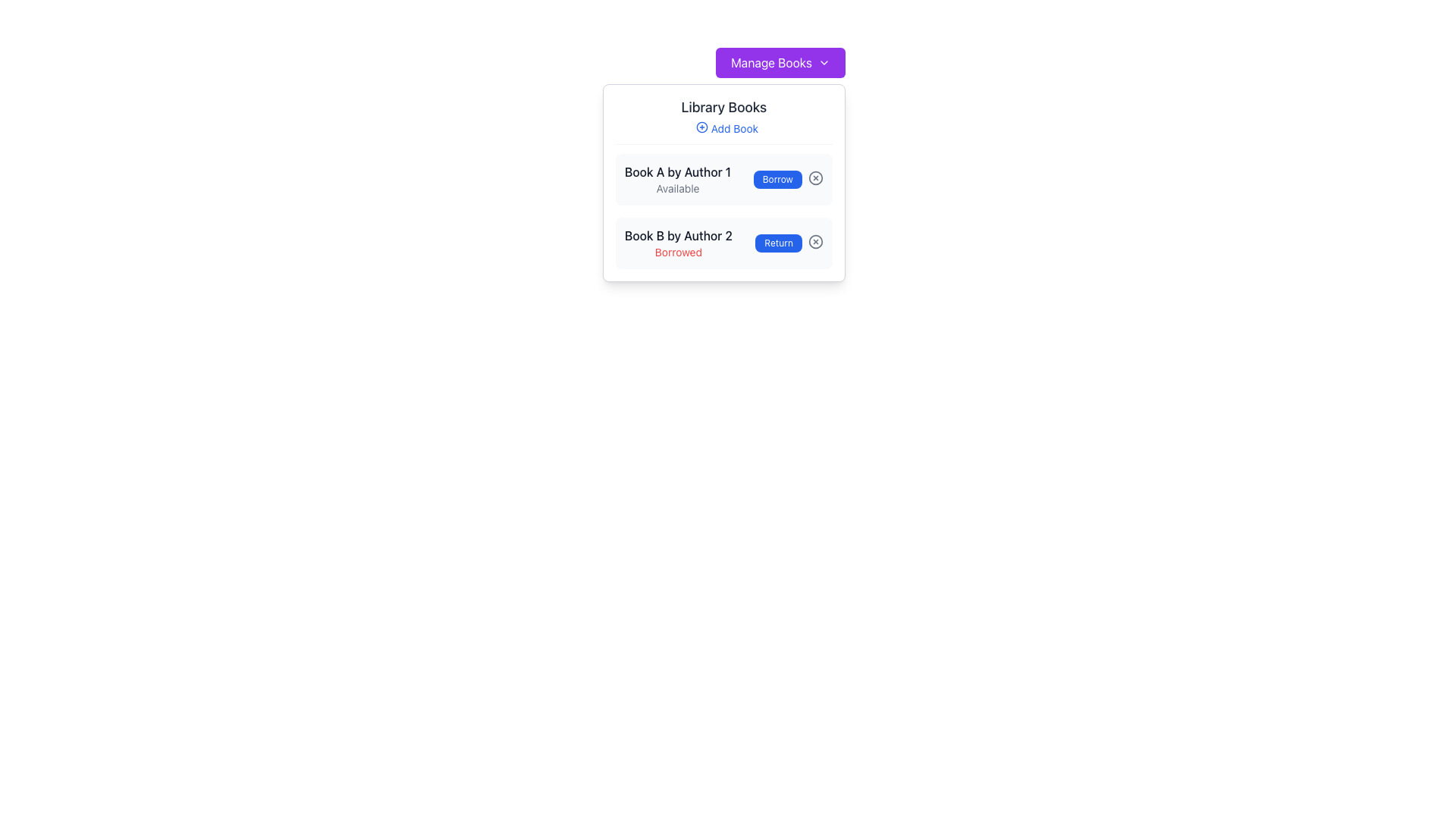 The image size is (1456, 819). Describe the element at coordinates (676, 178) in the screenshot. I see `the text display showing 'Book A by Author 1' and its availability status 'Available' in the first card of the 'Library Books' section` at that location.